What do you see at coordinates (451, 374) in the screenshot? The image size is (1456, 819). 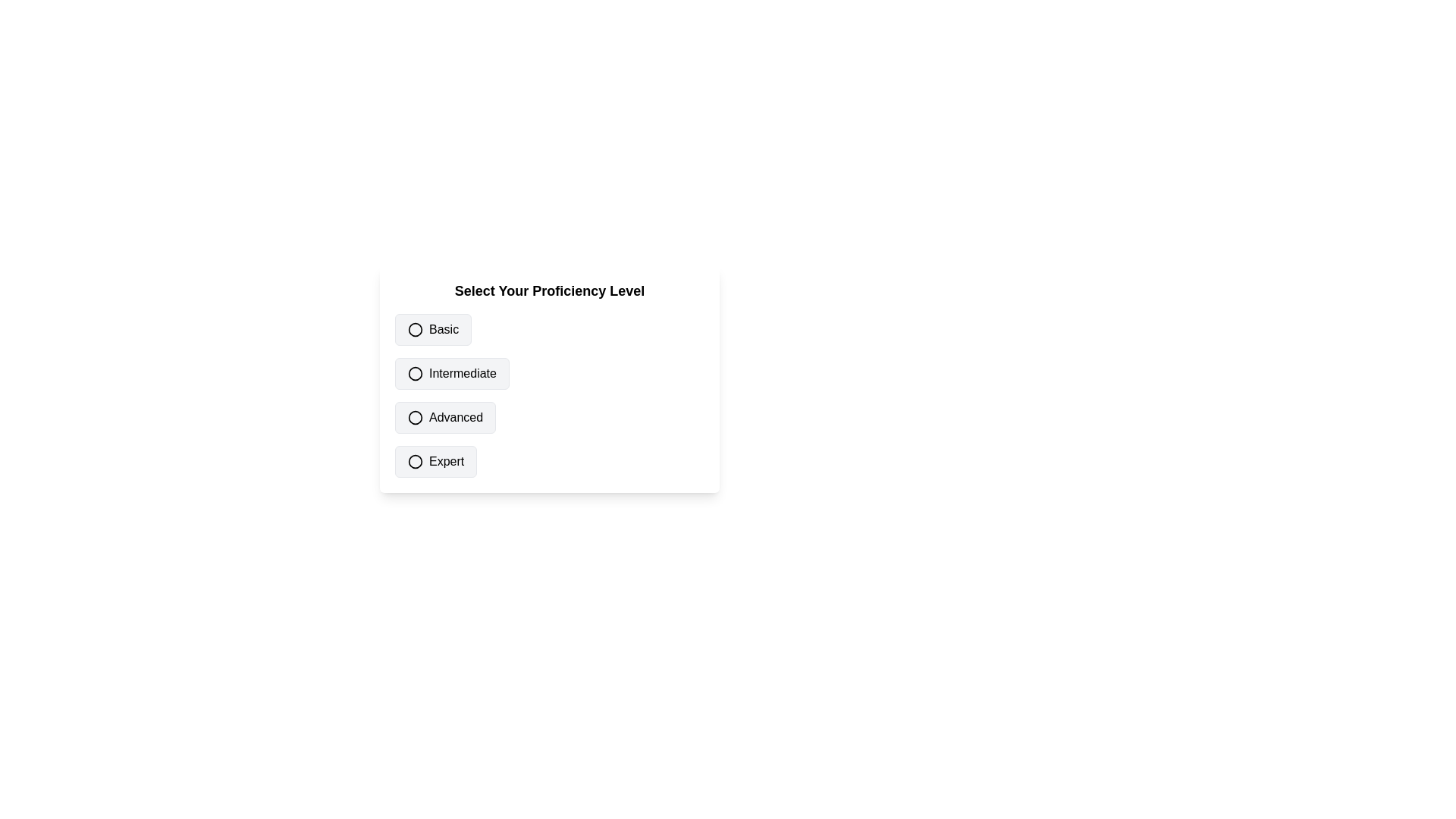 I see `the 'Intermediate' radio button element for keyboard navigation` at bounding box center [451, 374].